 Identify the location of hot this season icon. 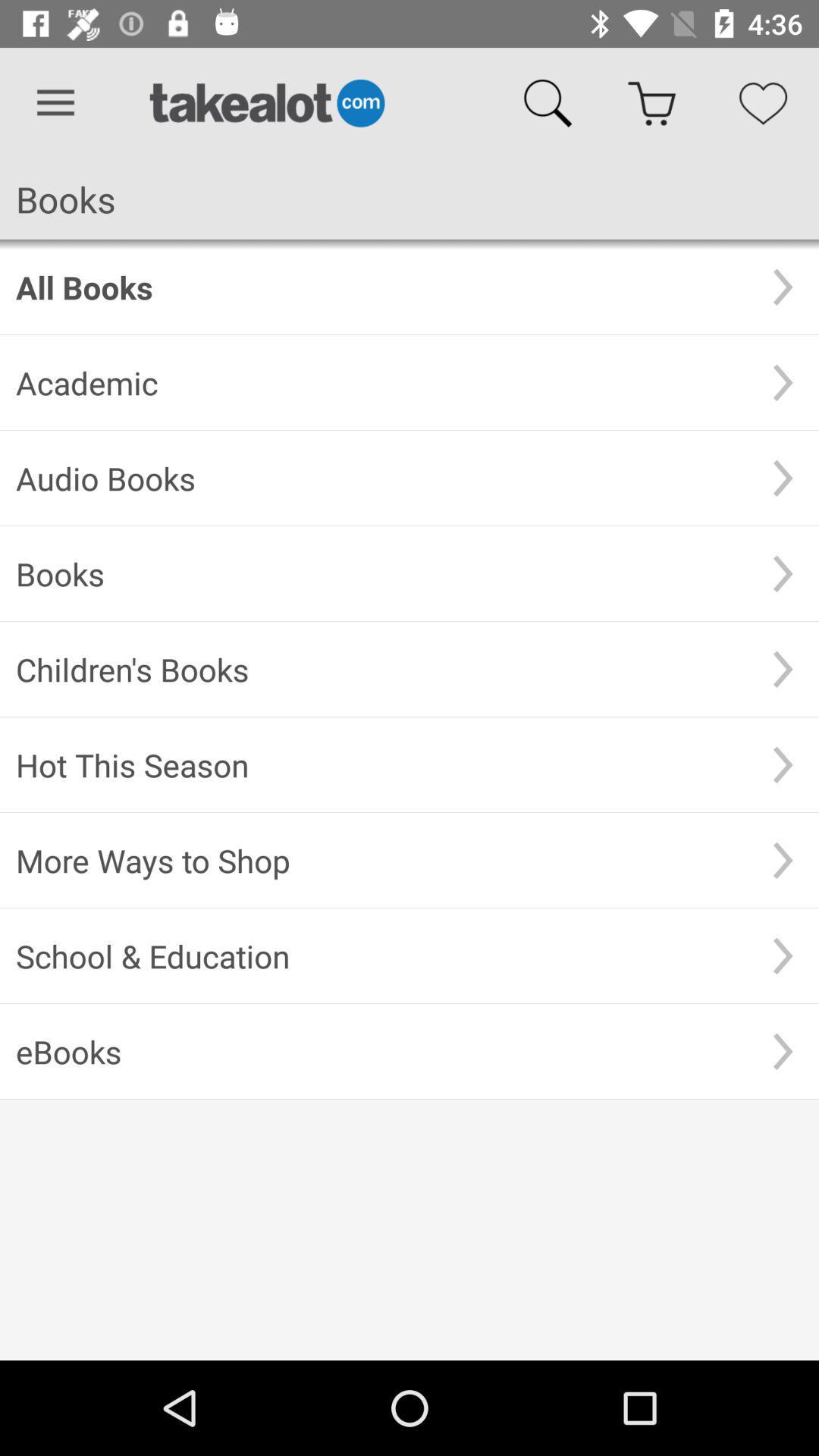
(381, 764).